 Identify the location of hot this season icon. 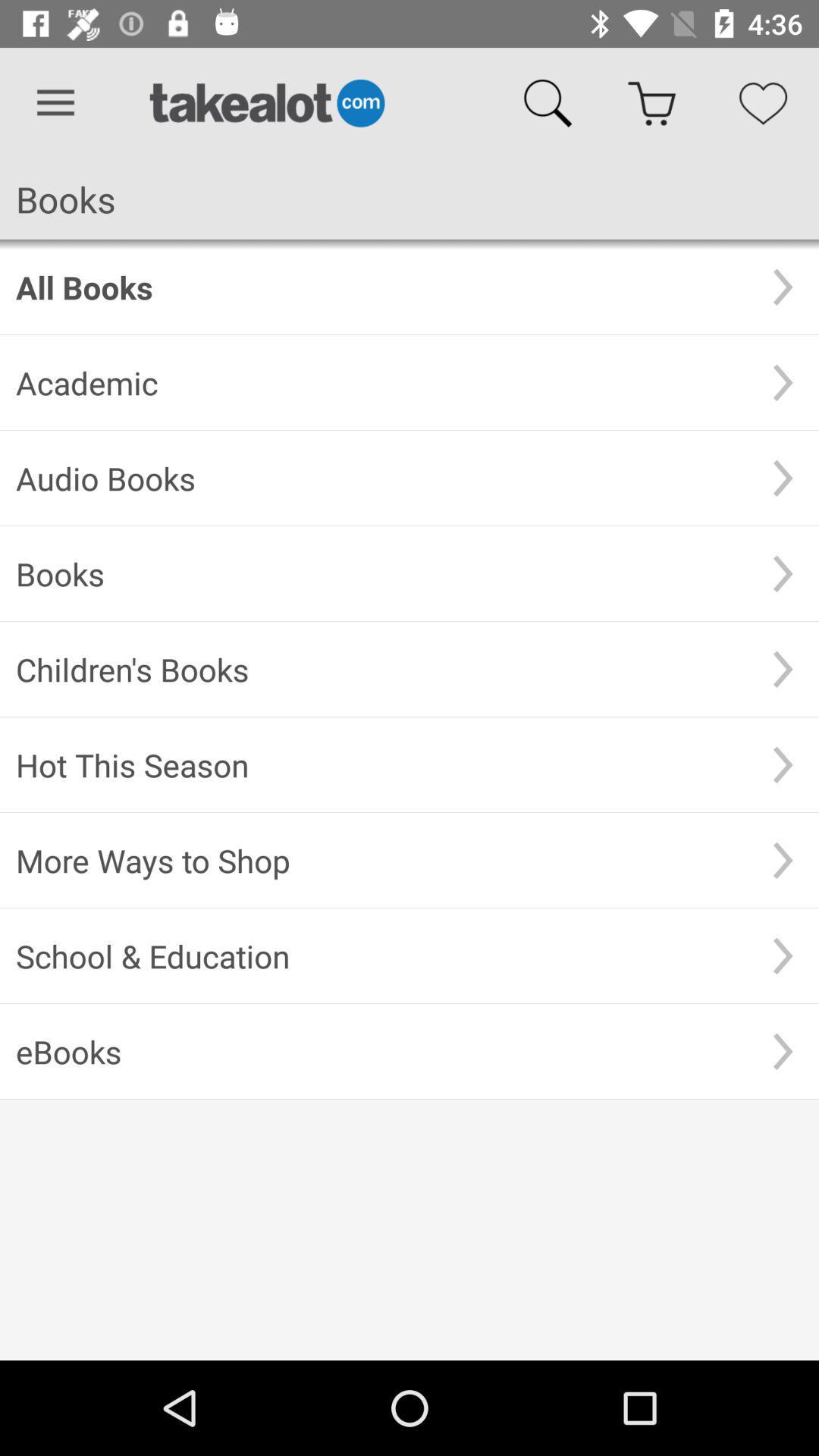
(381, 764).